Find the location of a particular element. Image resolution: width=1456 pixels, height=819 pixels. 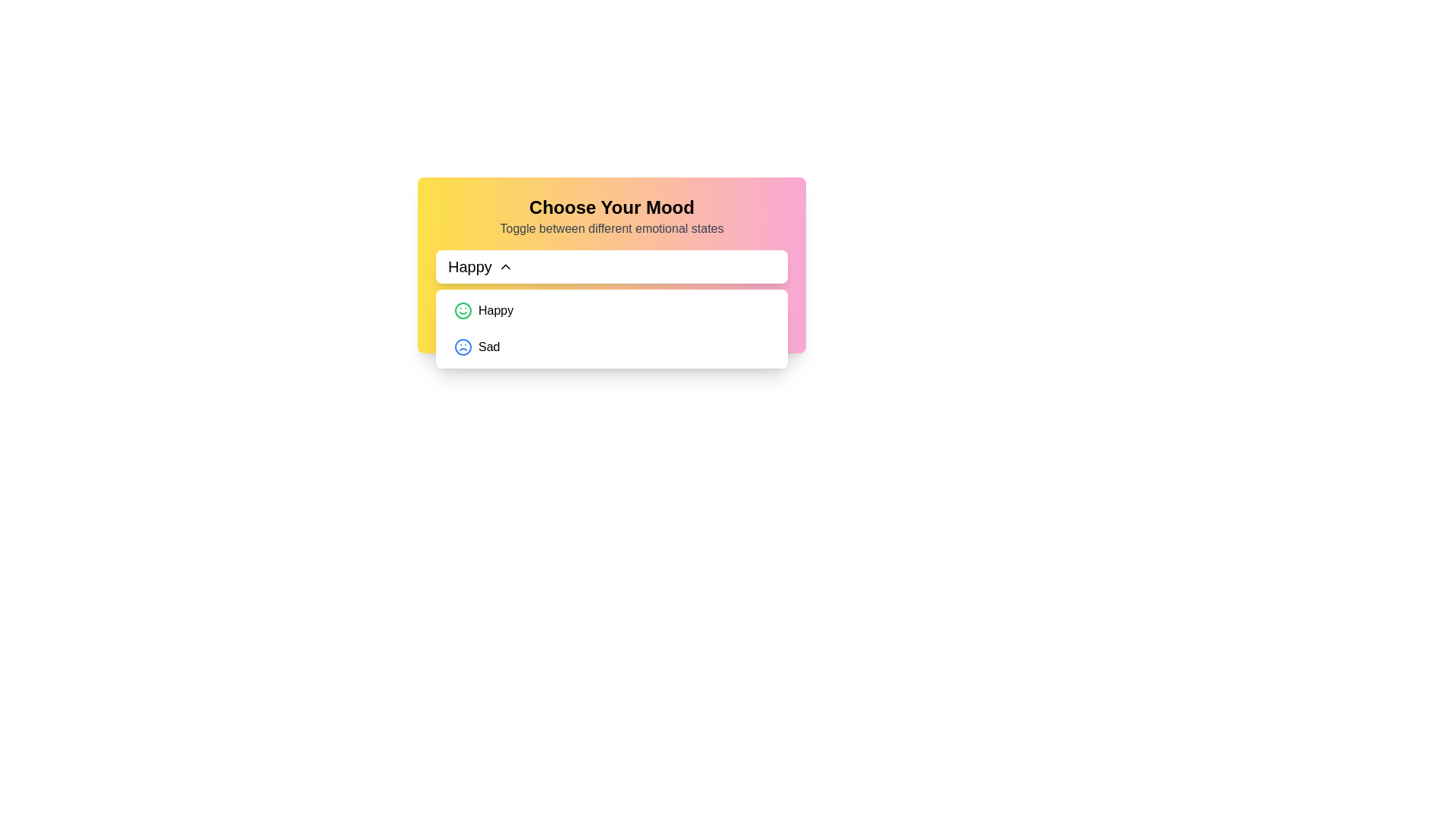

the circular graphic element located at the center of the sad face icon, which is positioned below the happy mood icon is located at coordinates (462, 347).